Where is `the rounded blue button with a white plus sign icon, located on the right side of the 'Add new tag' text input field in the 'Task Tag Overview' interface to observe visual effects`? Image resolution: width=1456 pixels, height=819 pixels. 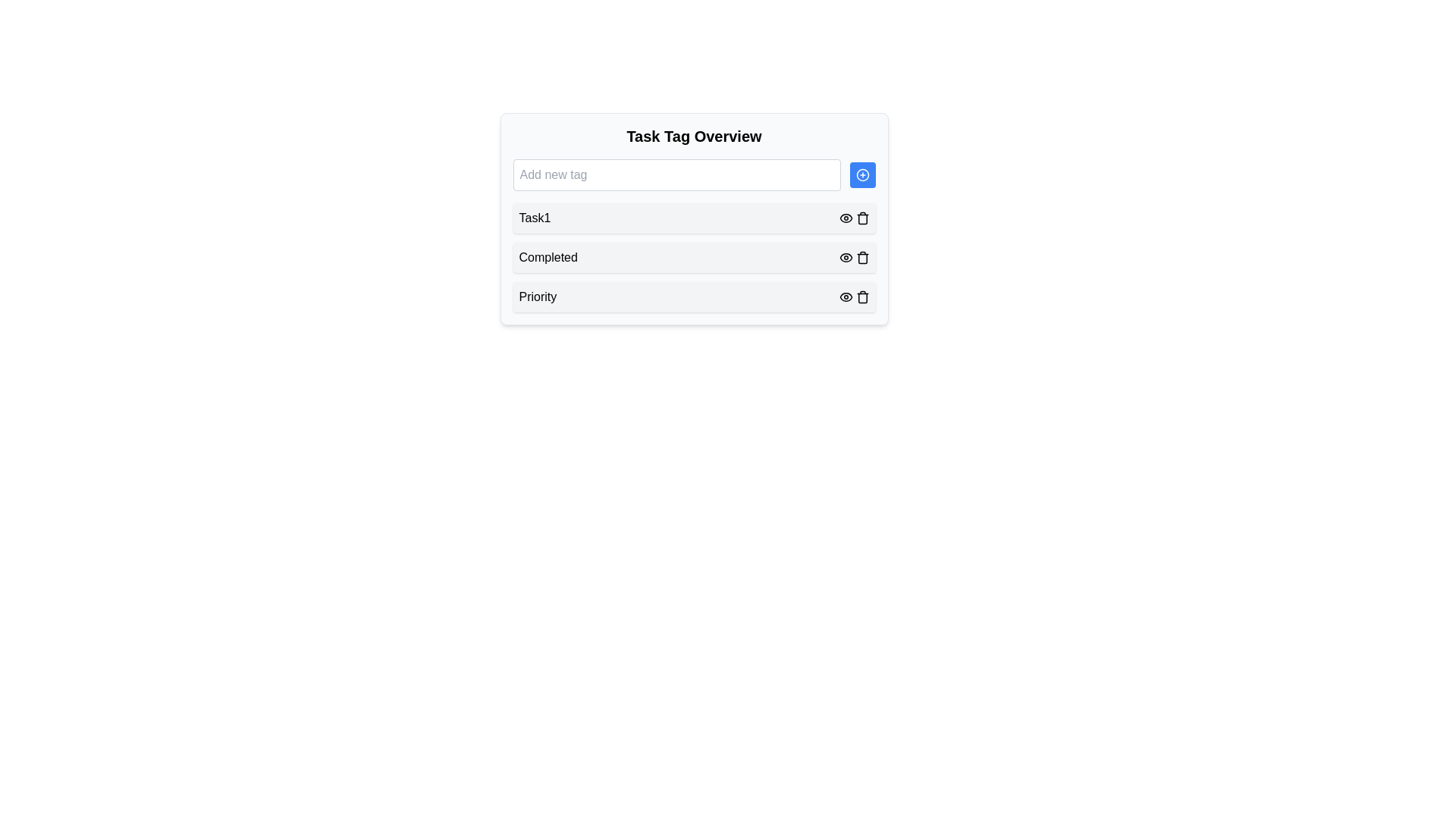 the rounded blue button with a white plus sign icon, located on the right side of the 'Add new tag' text input field in the 'Task Tag Overview' interface to observe visual effects is located at coordinates (862, 174).